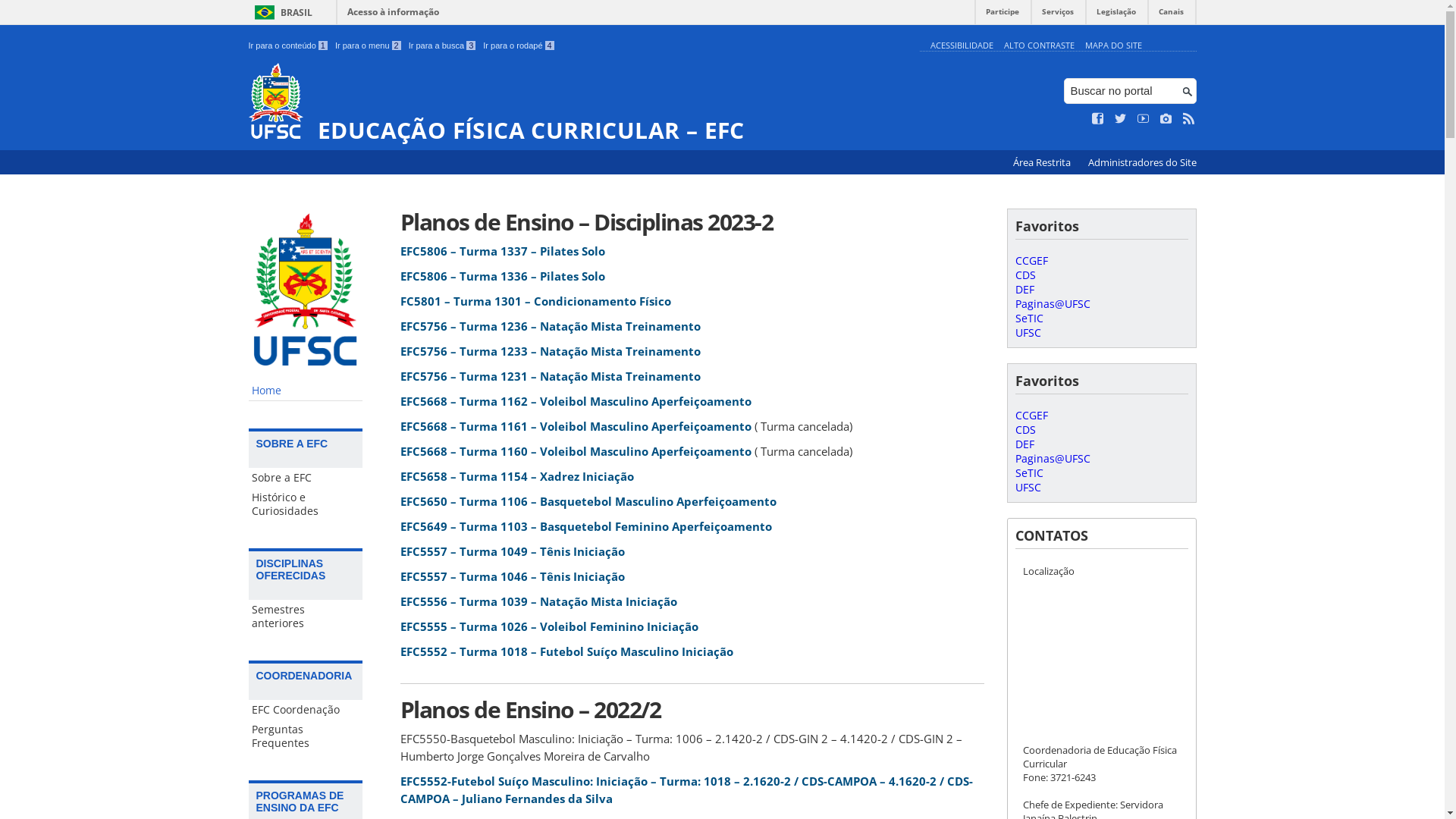 This screenshot has width=1456, height=819. Describe the element at coordinates (1015, 472) in the screenshot. I see `'SeTIC'` at that location.